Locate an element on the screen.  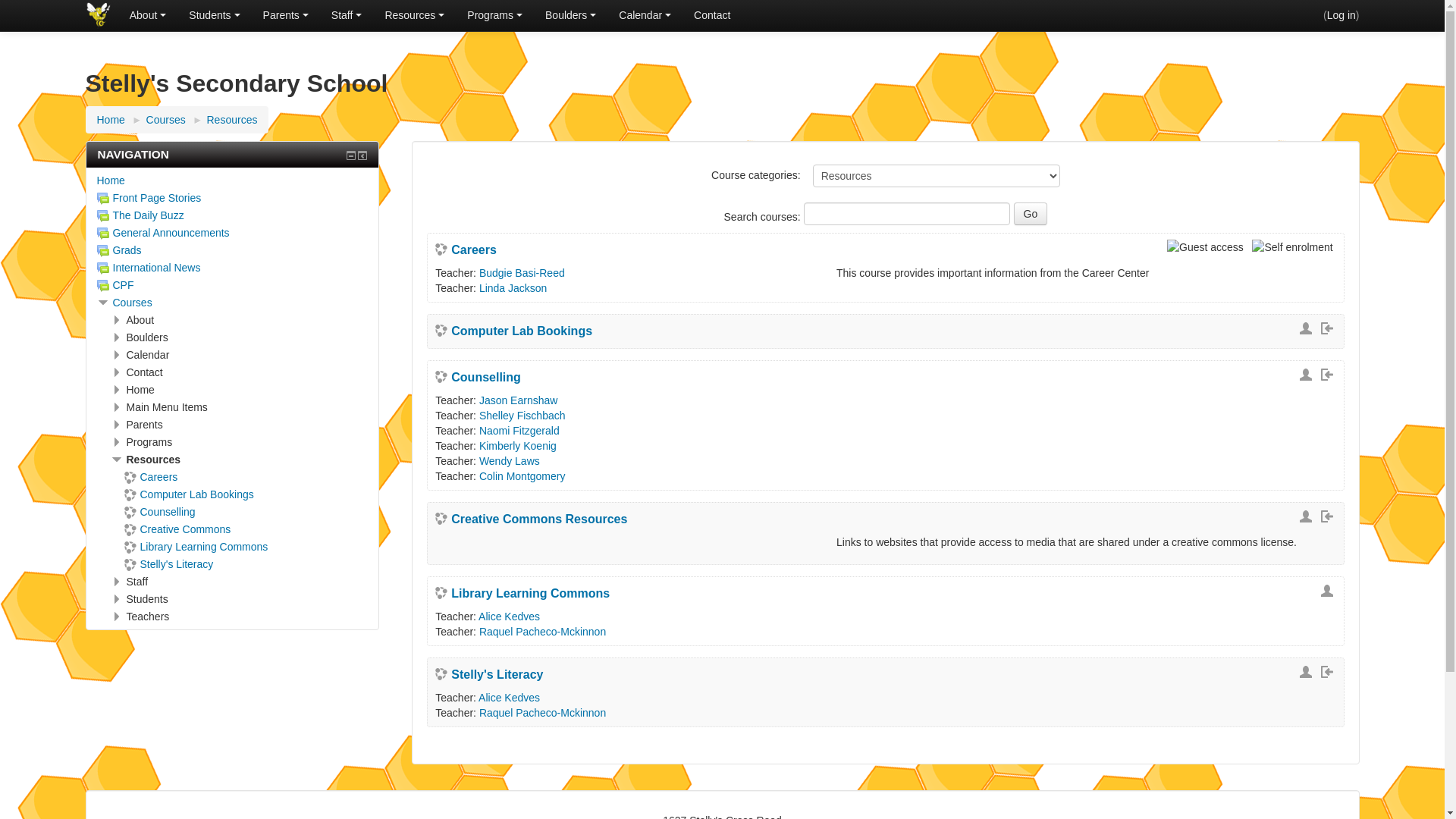
'Log in' is located at coordinates (1341, 14).